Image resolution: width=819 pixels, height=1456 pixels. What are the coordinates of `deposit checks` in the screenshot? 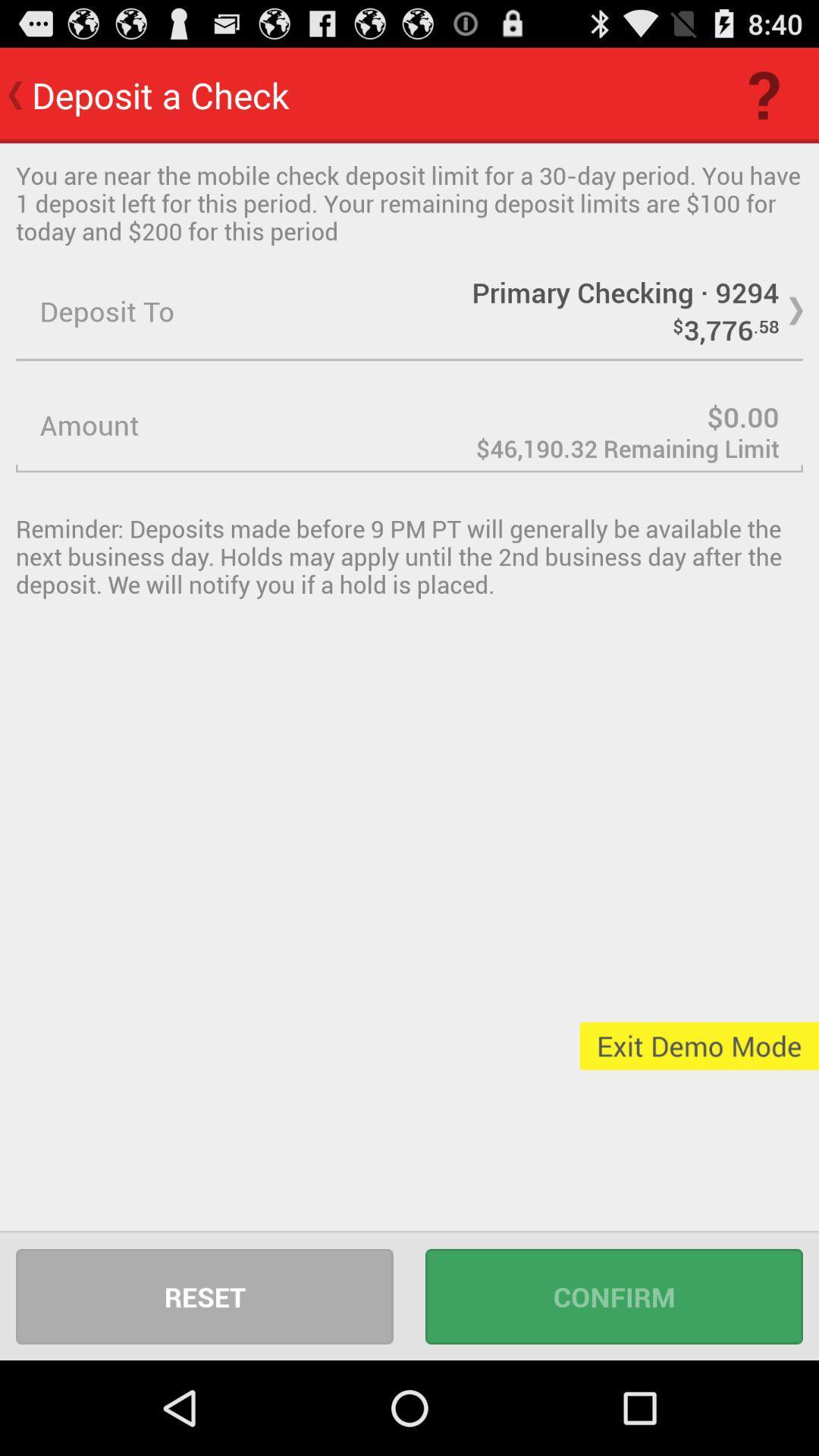 It's located at (409, 425).